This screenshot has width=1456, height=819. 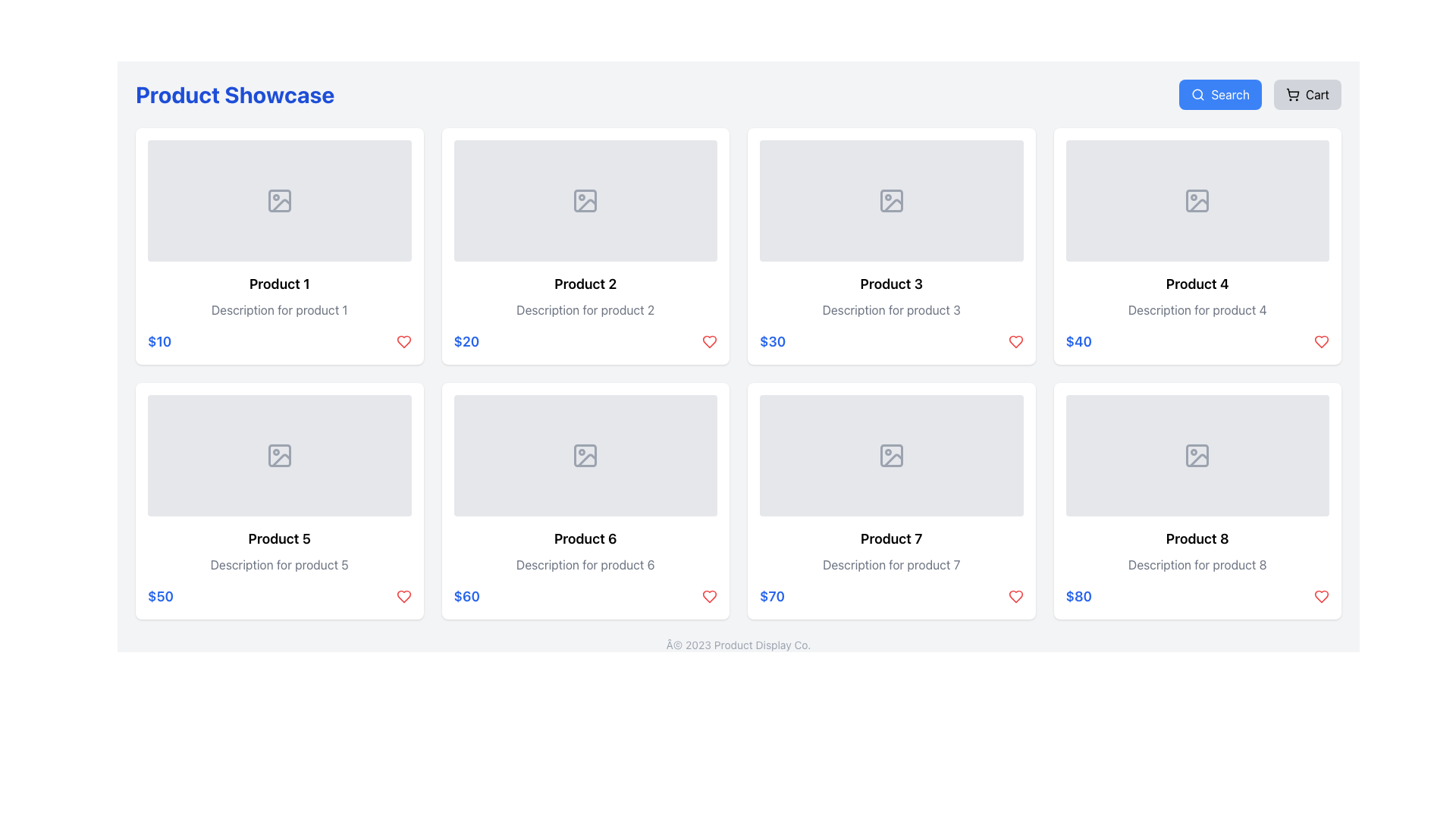 I want to click on the decorative icon within the image placeholder of the 'Product 4' card in the grid layout, so click(x=1197, y=200).